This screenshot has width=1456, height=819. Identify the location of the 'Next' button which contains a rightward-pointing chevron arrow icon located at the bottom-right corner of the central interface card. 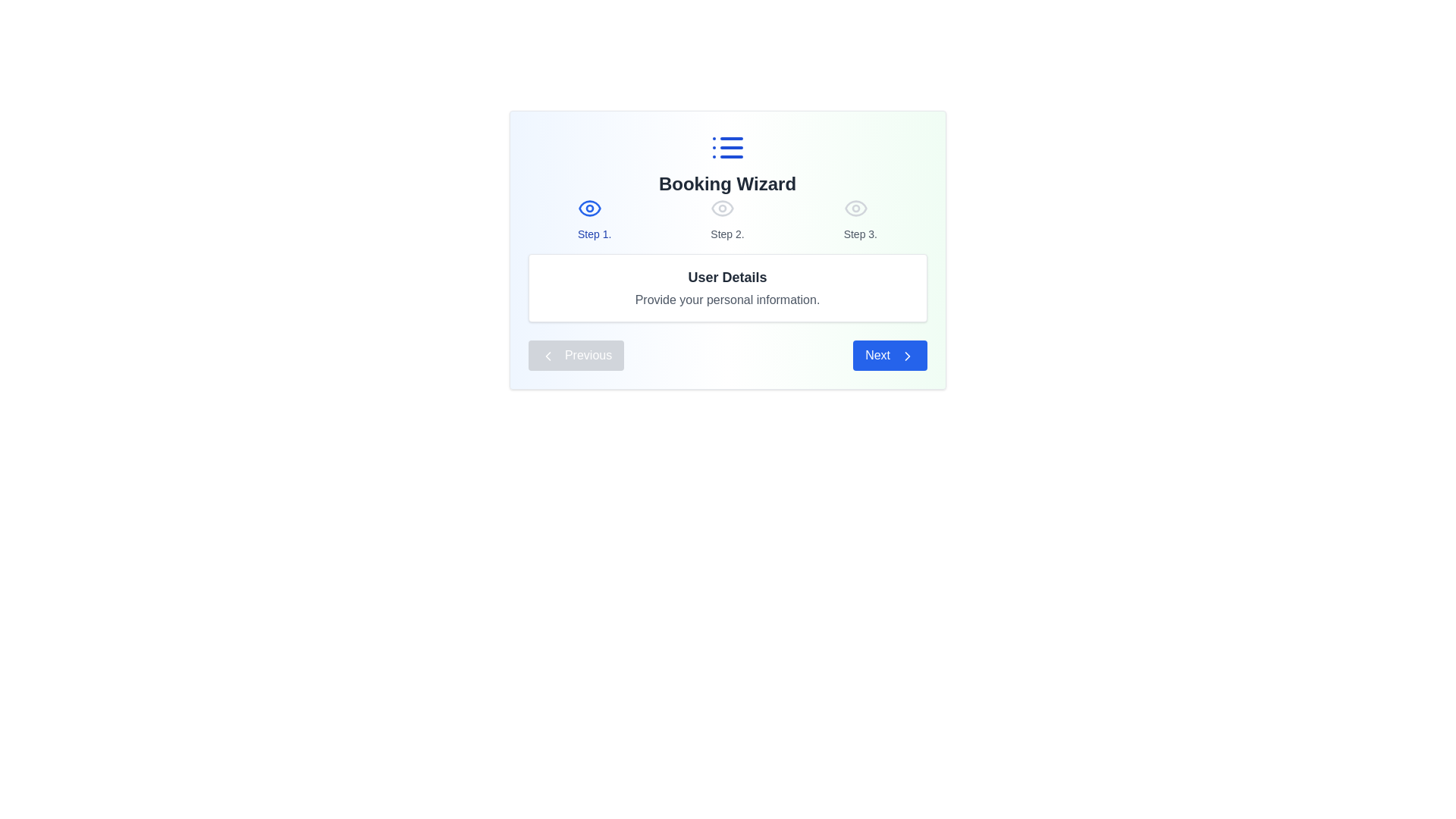
(907, 356).